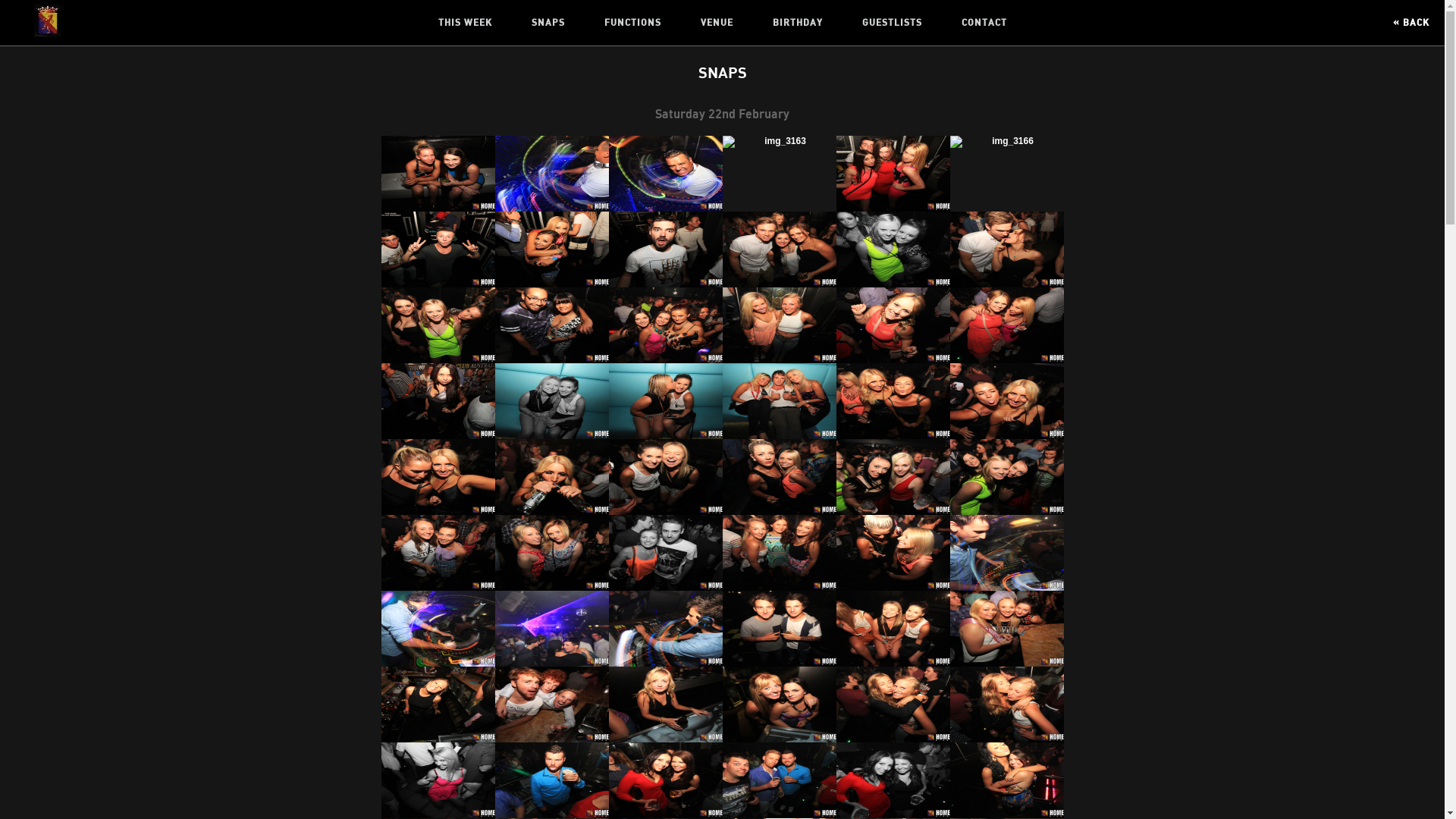 The height and width of the screenshot is (819, 1456). Describe the element at coordinates (892, 704) in the screenshot. I see `' '` at that location.